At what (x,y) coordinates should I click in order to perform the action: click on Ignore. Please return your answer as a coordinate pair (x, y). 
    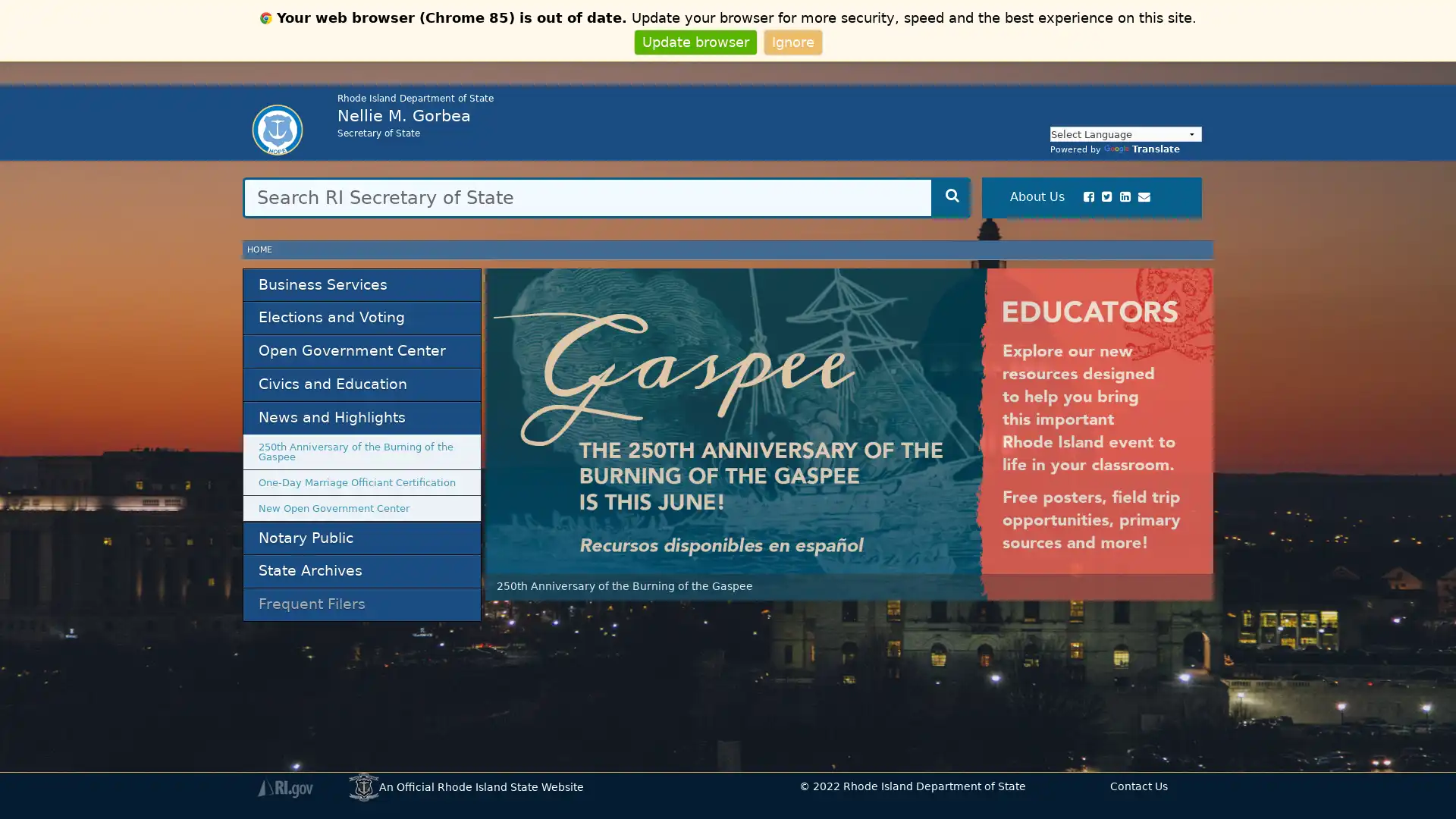
    Looking at the image, I should click on (792, 41).